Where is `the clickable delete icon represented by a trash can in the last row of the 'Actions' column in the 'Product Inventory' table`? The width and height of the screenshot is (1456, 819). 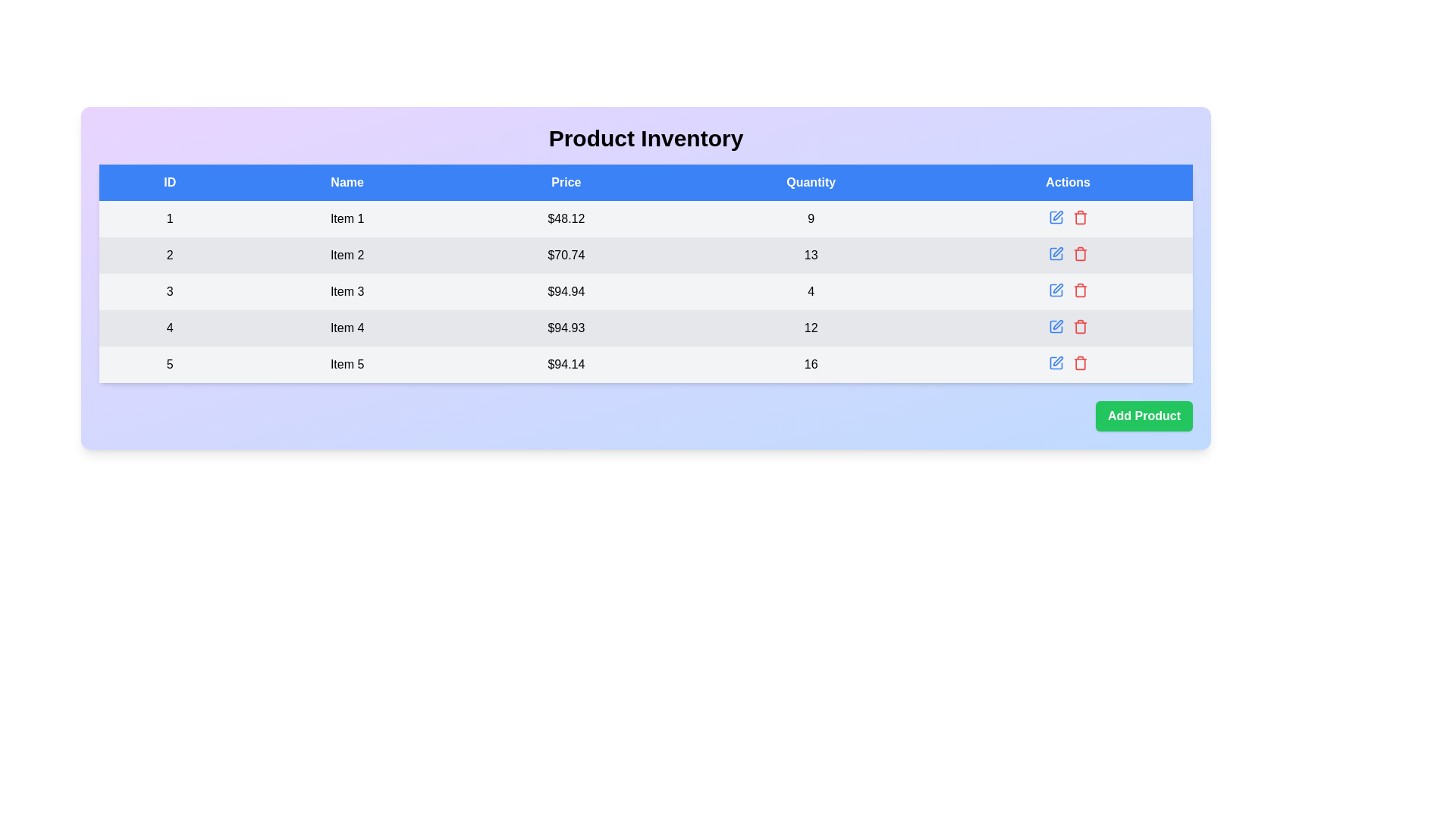 the clickable delete icon represented by a trash can in the last row of the 'Actions' column in the 'Product Inventory' table is located at coordinates (1079, 364).